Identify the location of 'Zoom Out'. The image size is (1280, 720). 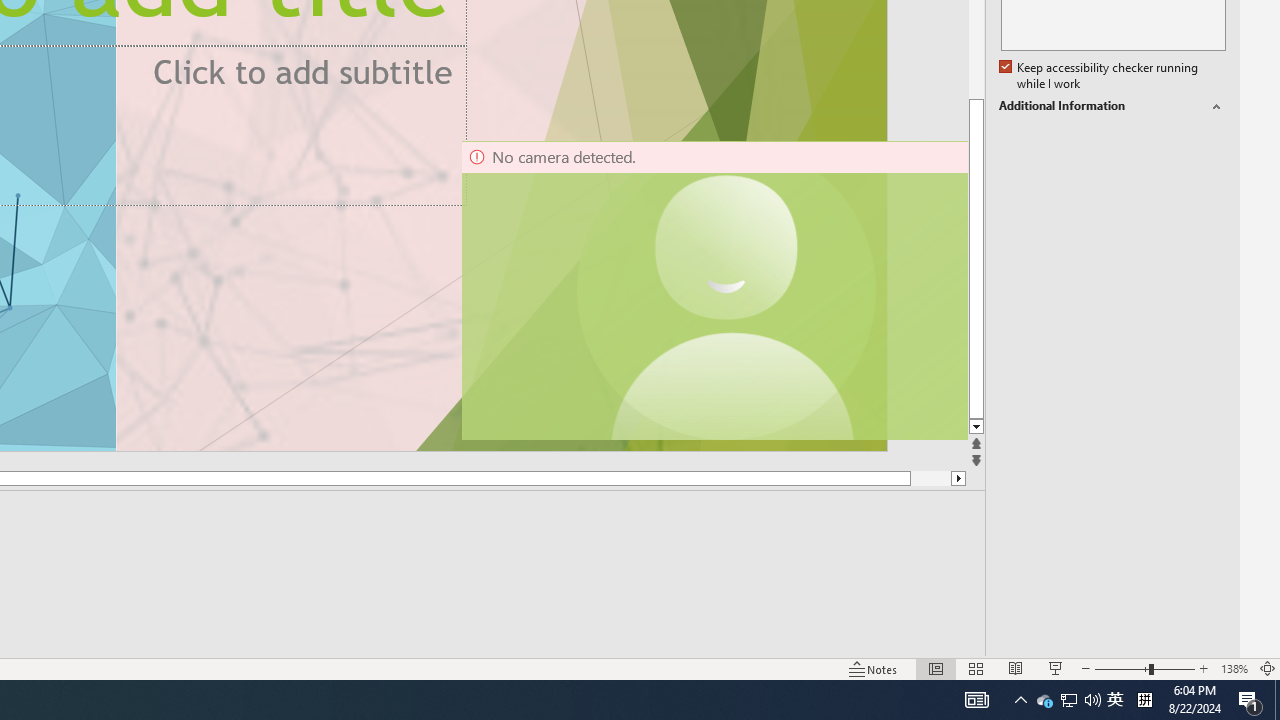
(1121, 669).